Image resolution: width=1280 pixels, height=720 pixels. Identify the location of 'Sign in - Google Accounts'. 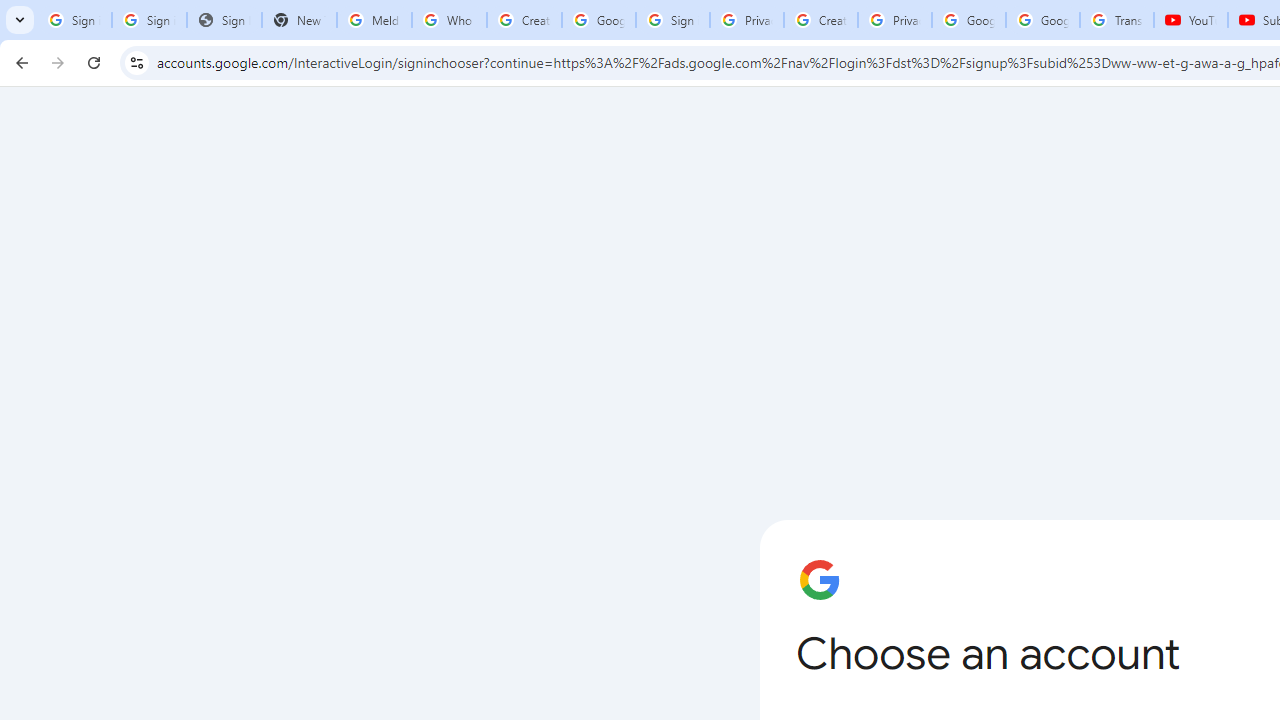
(673, 20).